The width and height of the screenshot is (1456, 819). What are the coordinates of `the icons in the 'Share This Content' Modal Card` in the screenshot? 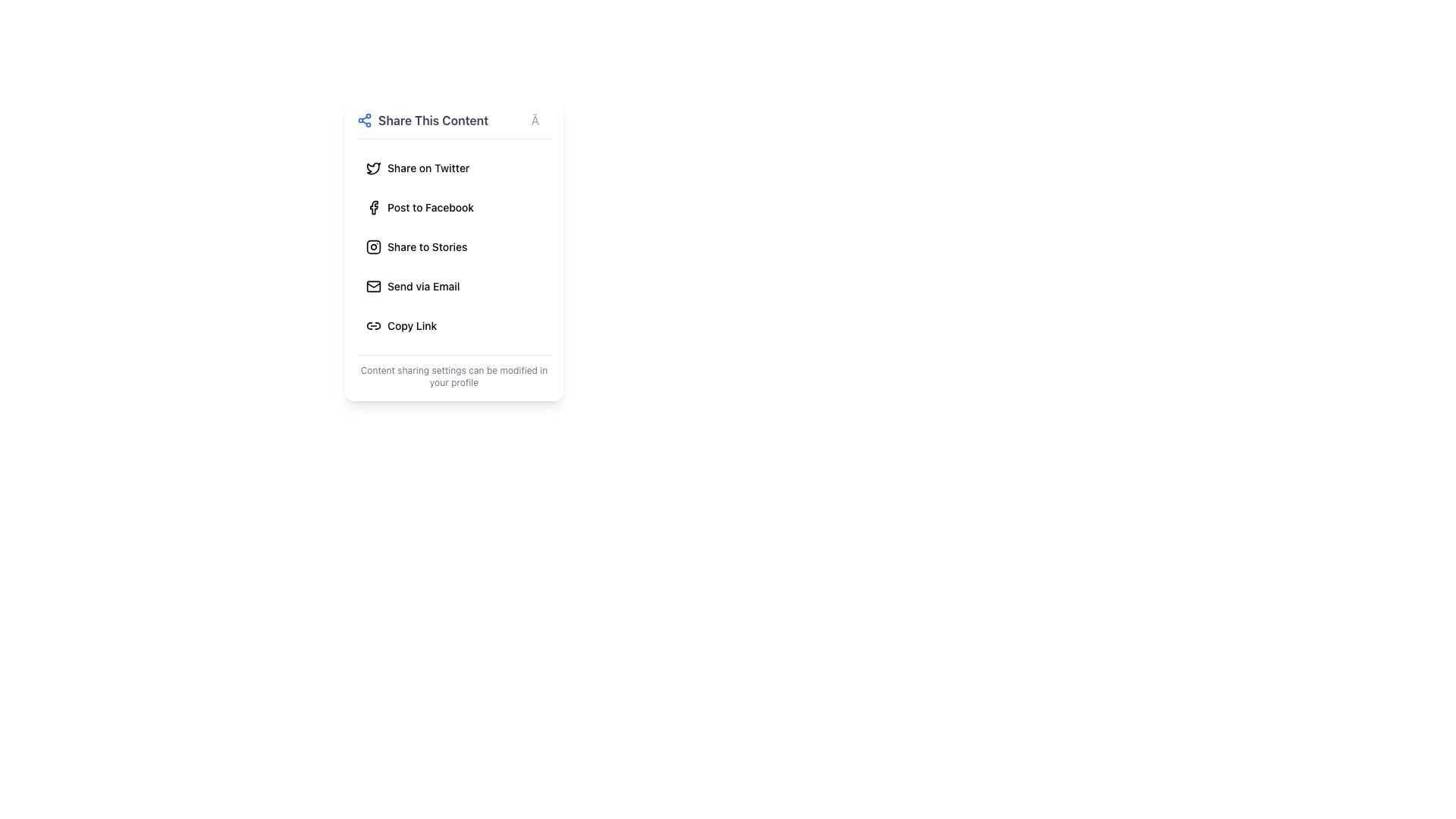 It's located at (453, 249).